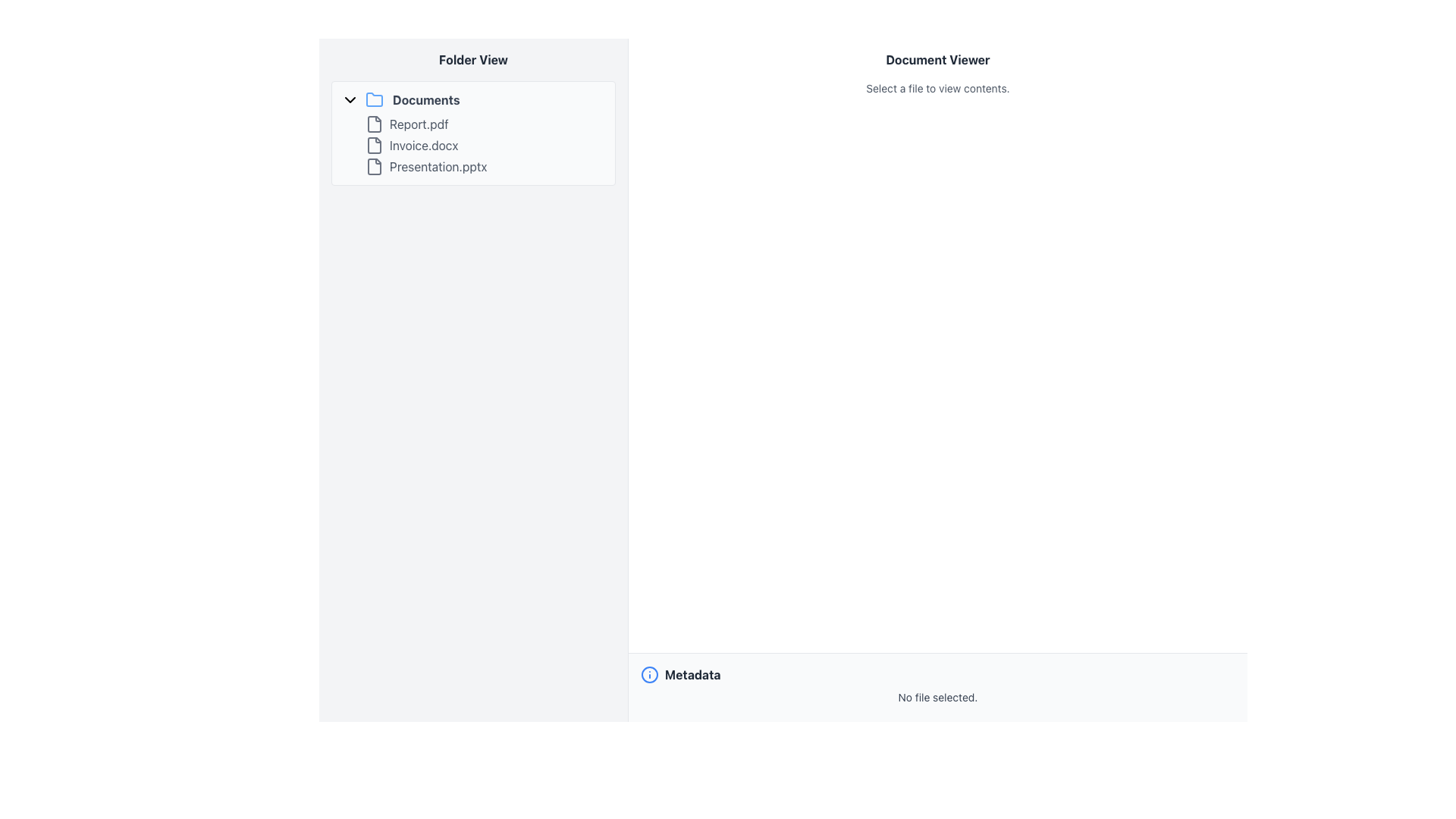  Describe the element at coordinates (650, 674) in the screenshot. I see `the outermost circular SVG element with a blue border and a white background, located near the bottom left of the layout, labeled 'Metadata'` at that location.